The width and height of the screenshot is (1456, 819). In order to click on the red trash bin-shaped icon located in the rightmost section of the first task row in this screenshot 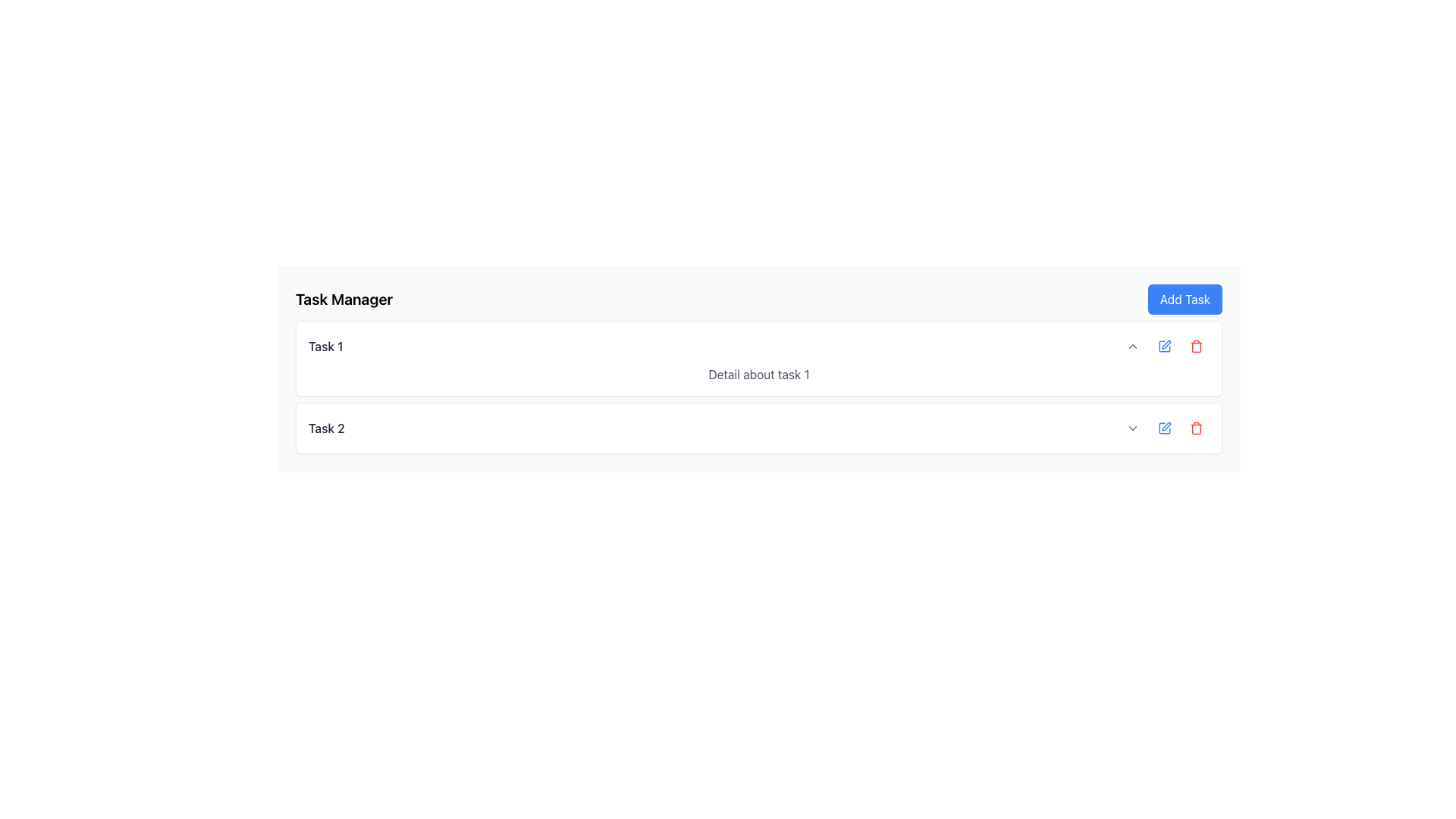, I will do `click(1196, 346)`.